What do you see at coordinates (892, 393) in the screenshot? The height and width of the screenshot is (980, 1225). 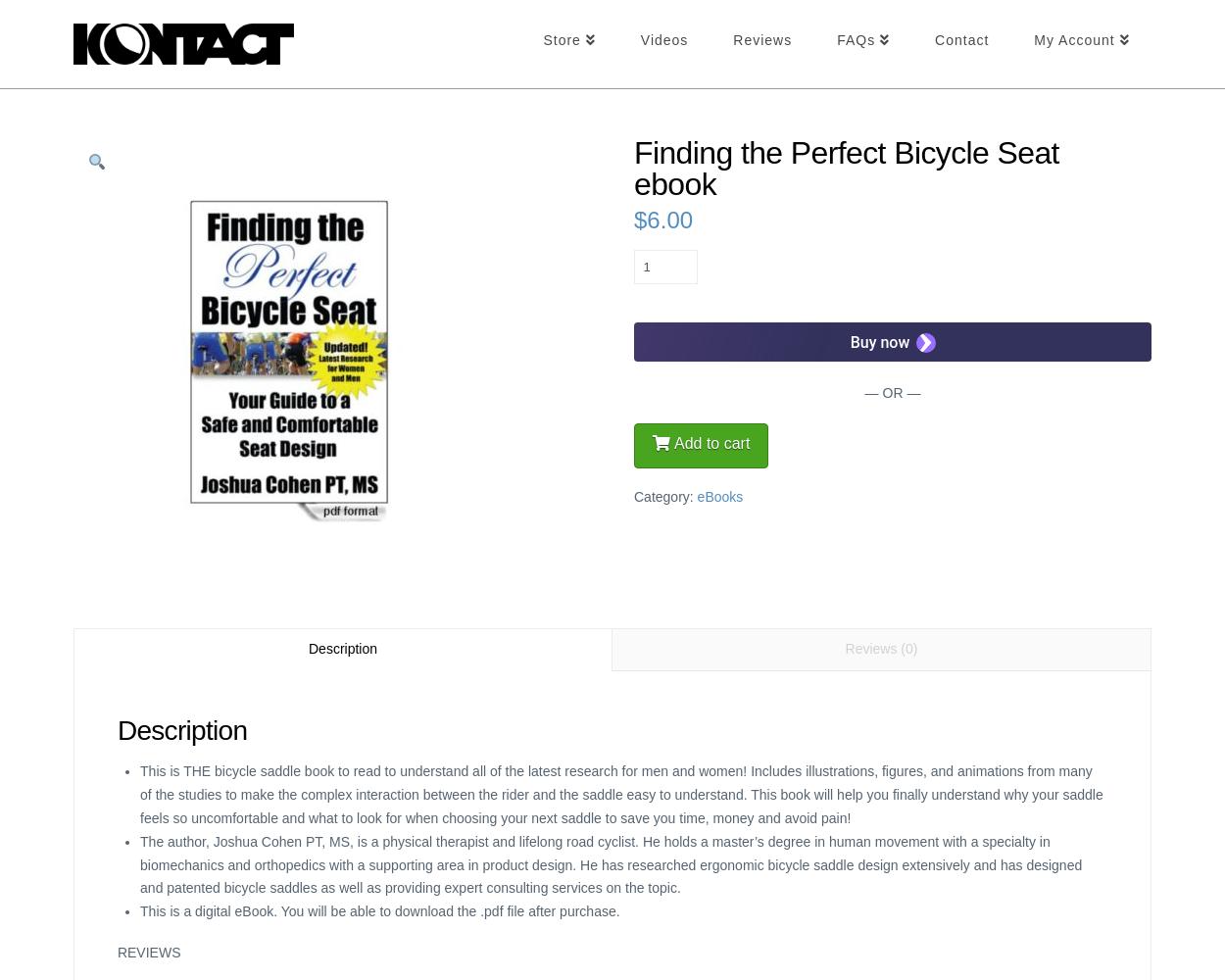 I see `'— OR —'` at bounding box center [892, 393].